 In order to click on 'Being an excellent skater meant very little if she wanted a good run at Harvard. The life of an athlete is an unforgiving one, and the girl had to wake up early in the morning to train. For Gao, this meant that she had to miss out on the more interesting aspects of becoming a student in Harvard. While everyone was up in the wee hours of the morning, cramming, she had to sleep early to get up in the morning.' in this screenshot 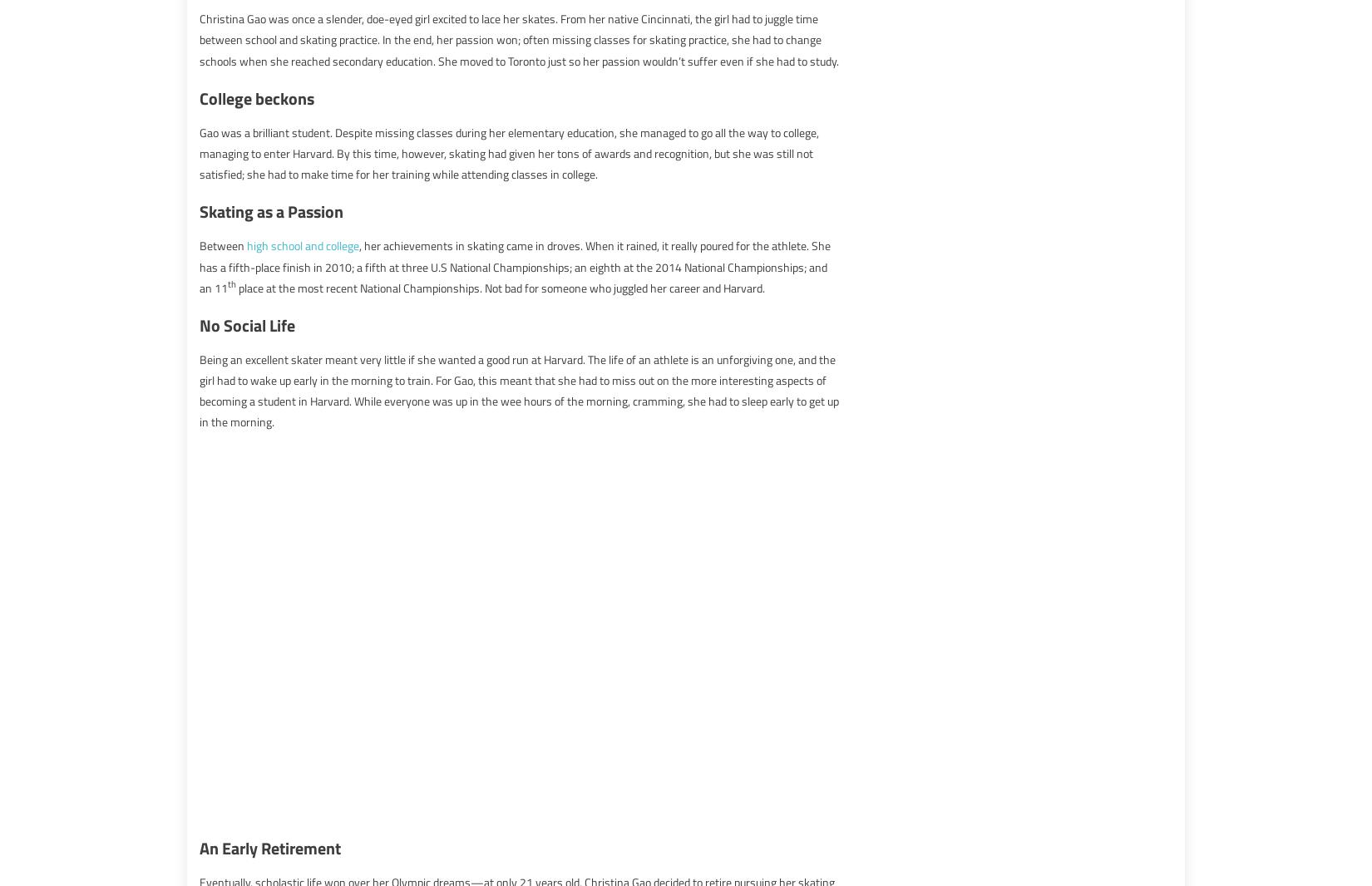, I will do `click(200, 390)`.